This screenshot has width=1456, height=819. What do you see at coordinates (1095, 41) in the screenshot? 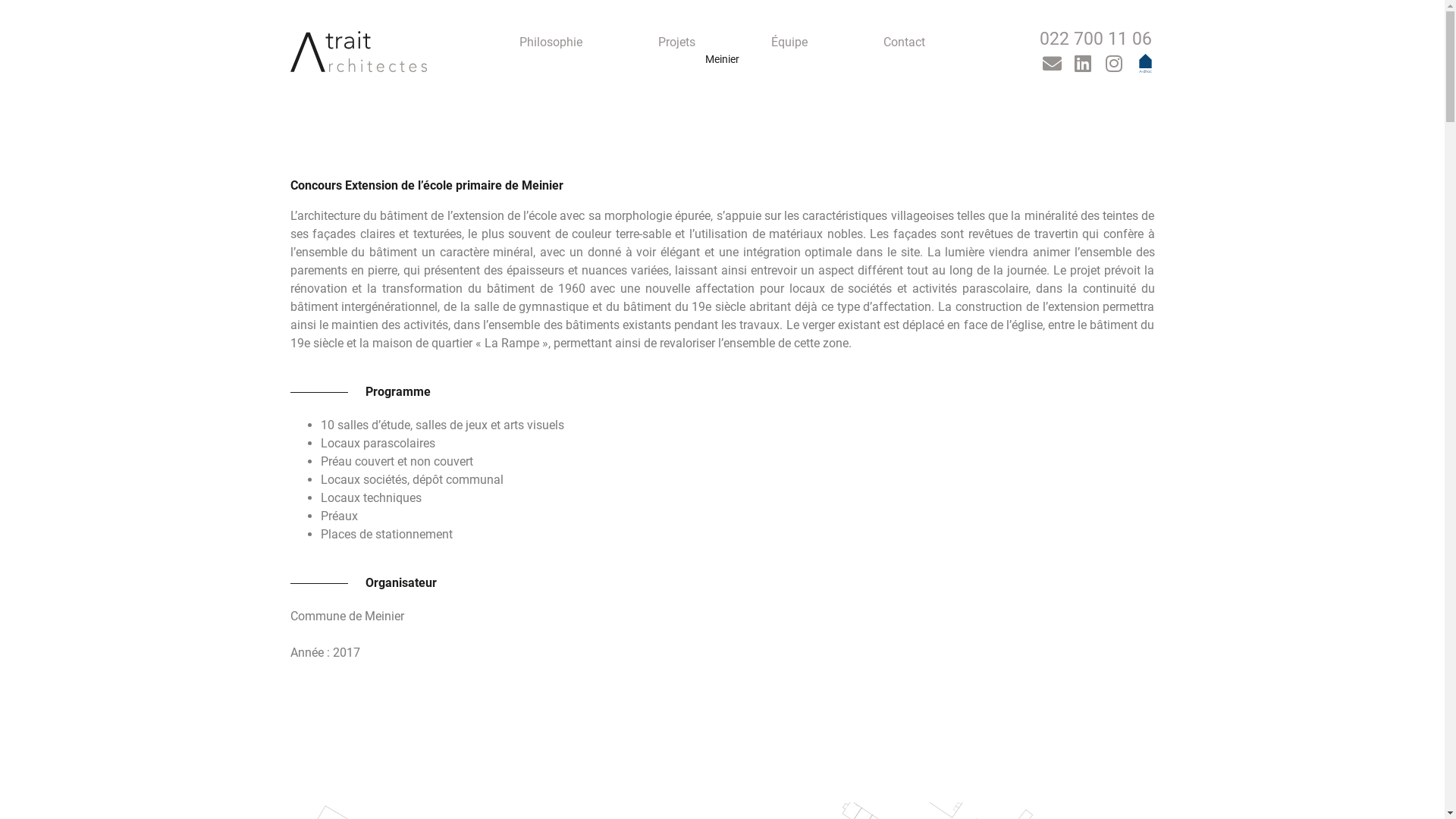
I see `'022 700 11 06'` at bounding box center [1095, 41].